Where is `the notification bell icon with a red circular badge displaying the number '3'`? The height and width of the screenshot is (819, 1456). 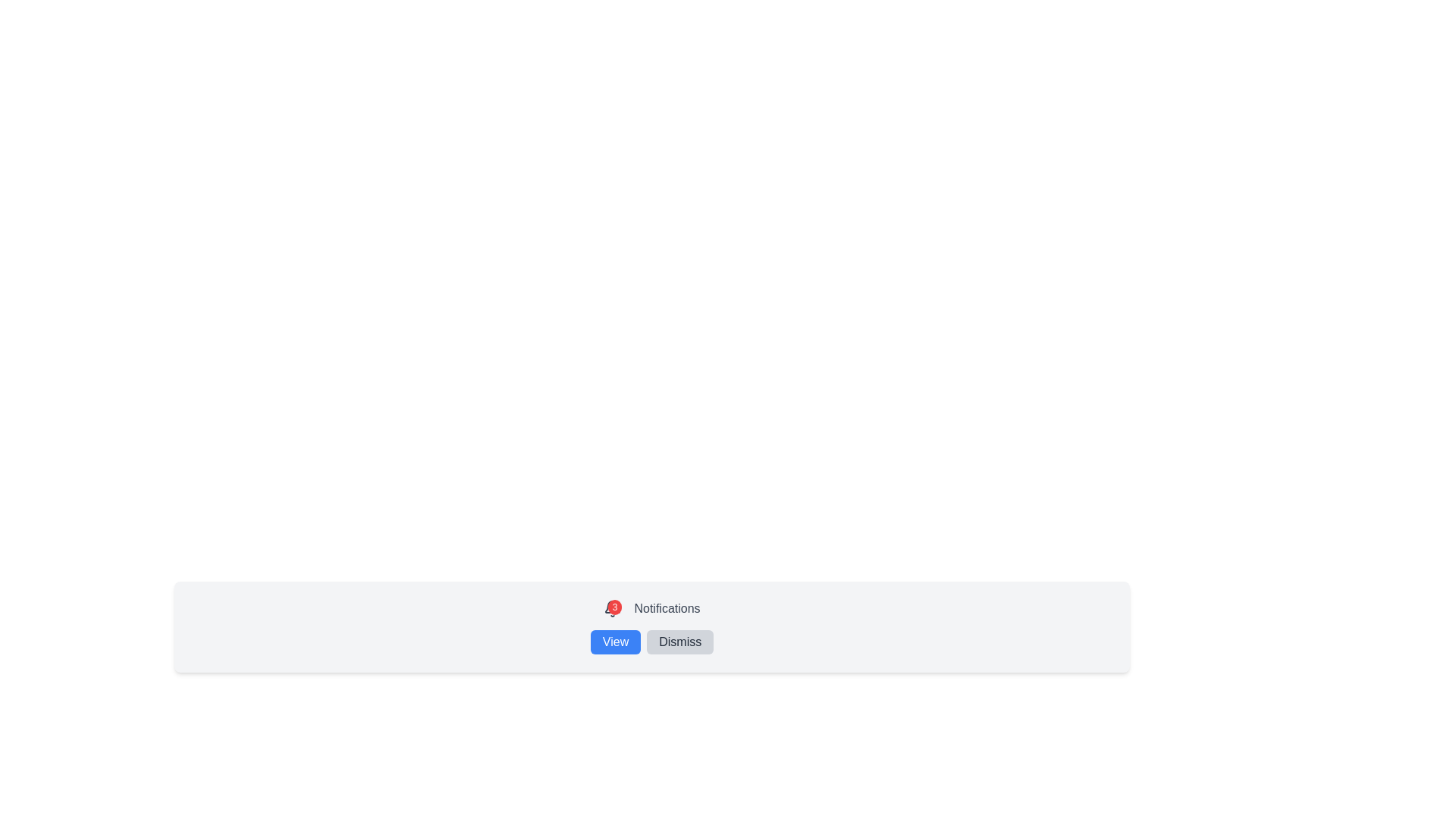 the notification bell icon with a red circular badge displaying the number '3' is located at coordinates (613, 607).